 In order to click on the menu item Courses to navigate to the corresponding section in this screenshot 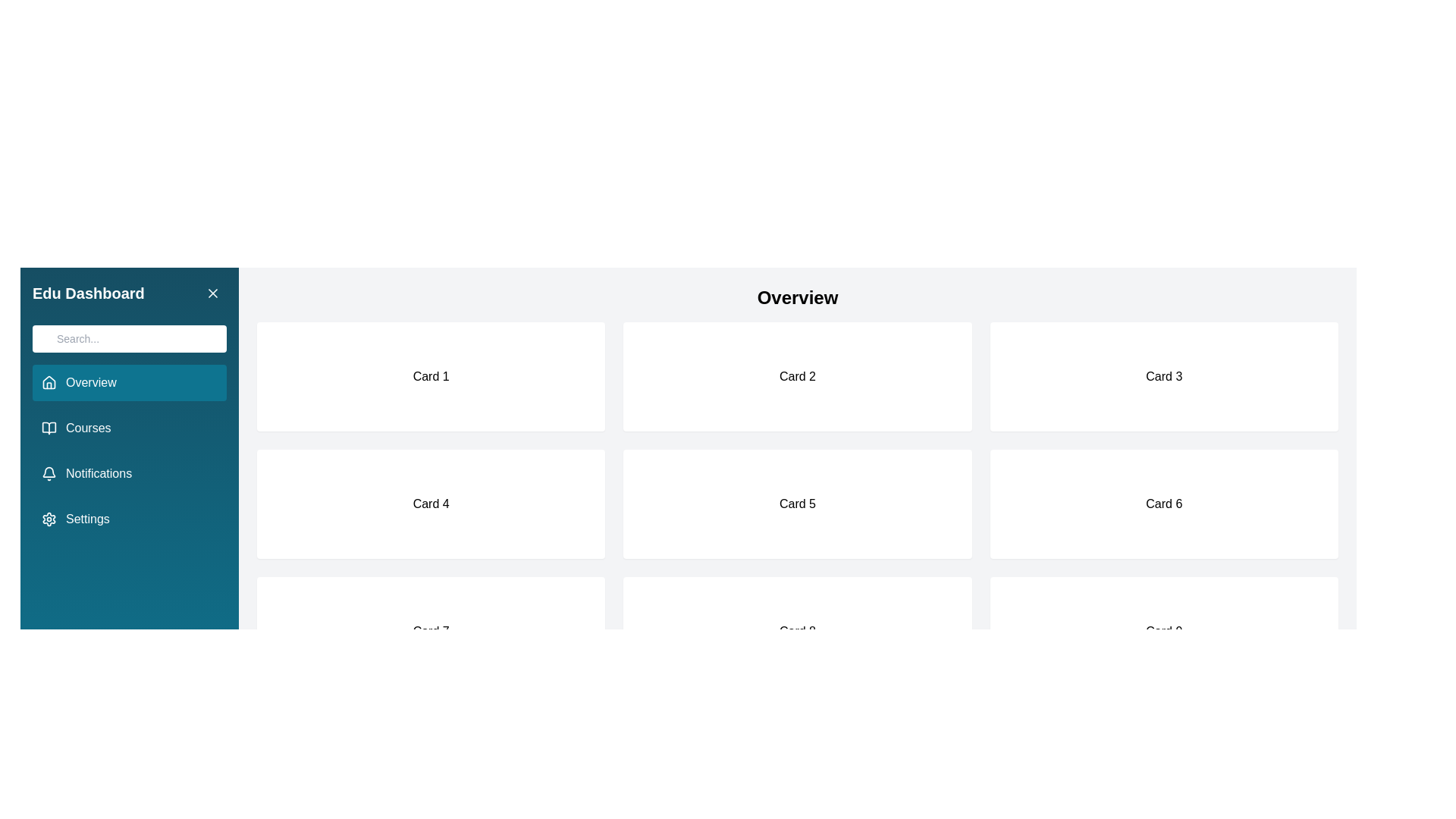, I will do `click(130, 428)`.